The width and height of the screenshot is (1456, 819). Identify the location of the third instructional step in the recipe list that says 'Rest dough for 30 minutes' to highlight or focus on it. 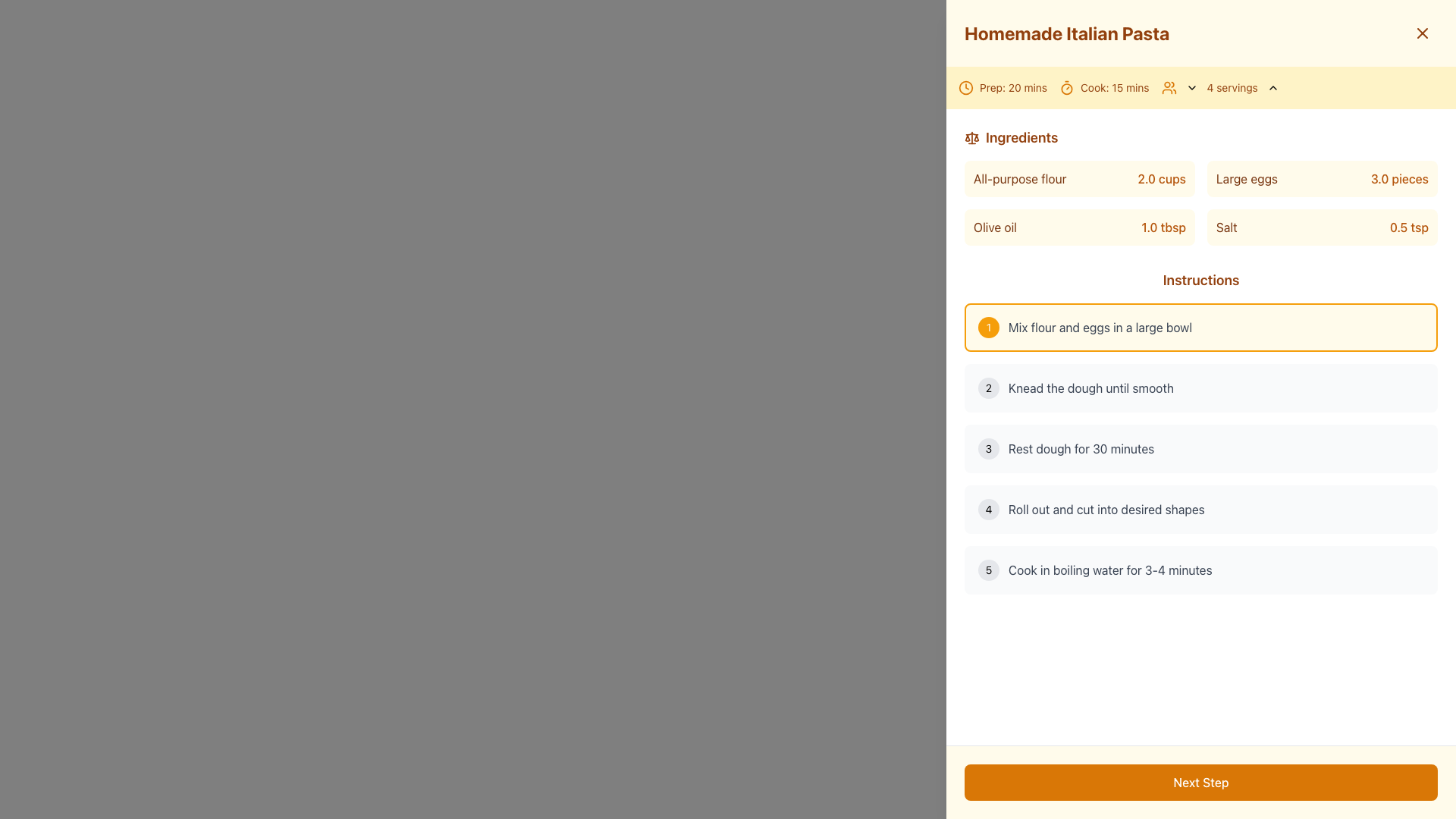
(1200, 447).